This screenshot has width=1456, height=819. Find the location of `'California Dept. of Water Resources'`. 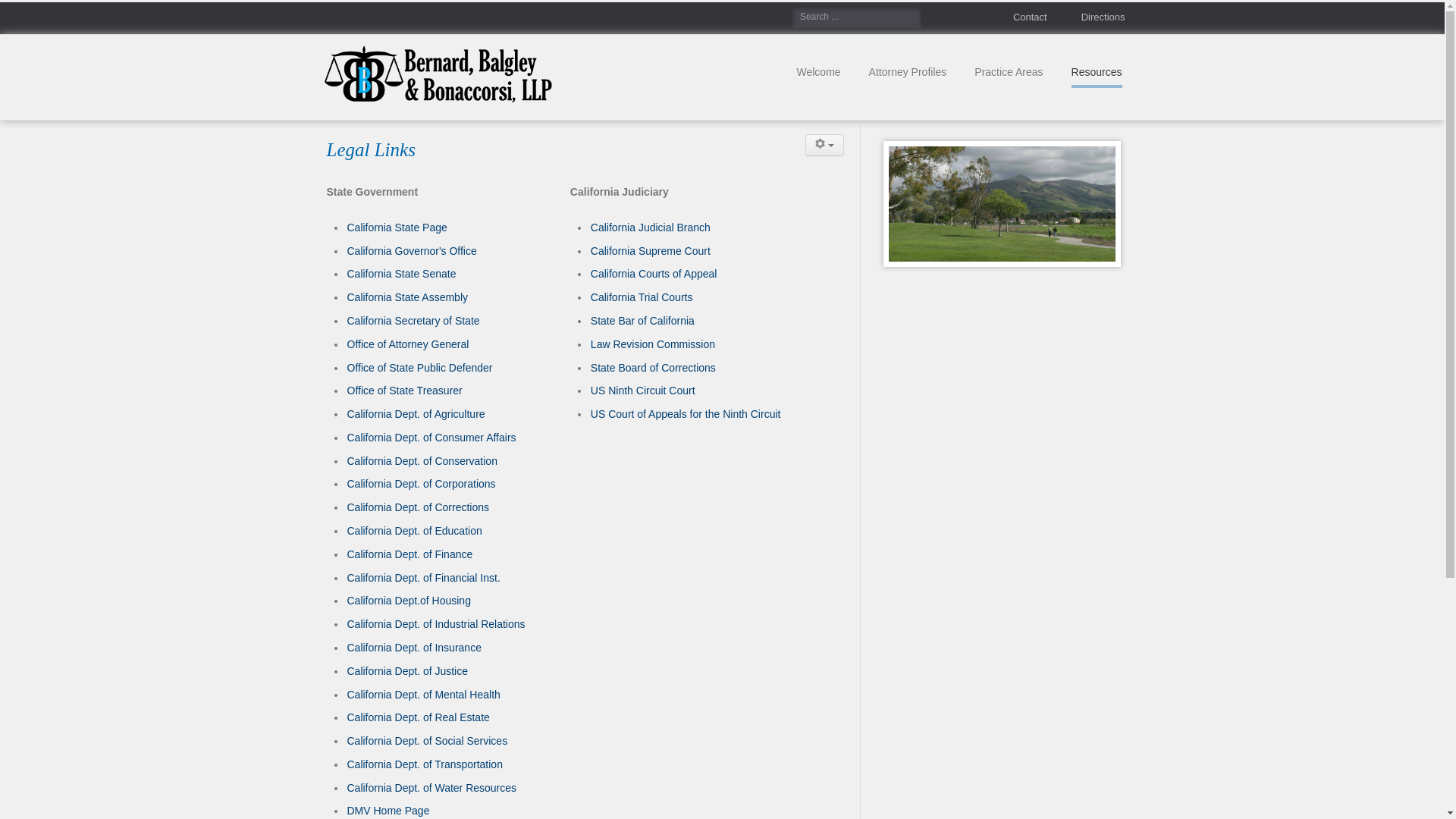

'California Dept. of Water Resources' is located at coordinates (431, 786).